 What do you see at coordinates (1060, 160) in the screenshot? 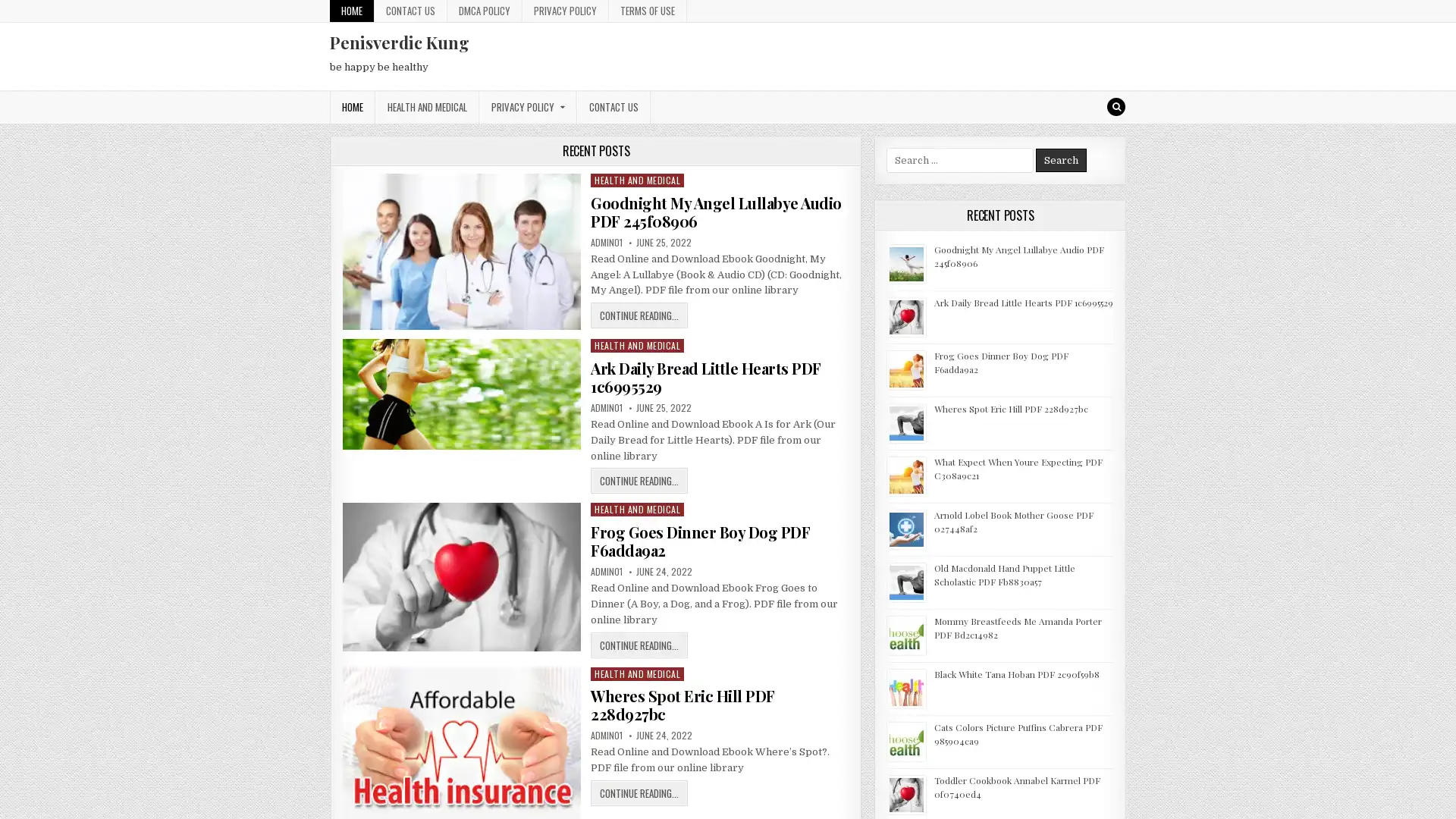
I see `Search` at bounding box center [1060, 160].